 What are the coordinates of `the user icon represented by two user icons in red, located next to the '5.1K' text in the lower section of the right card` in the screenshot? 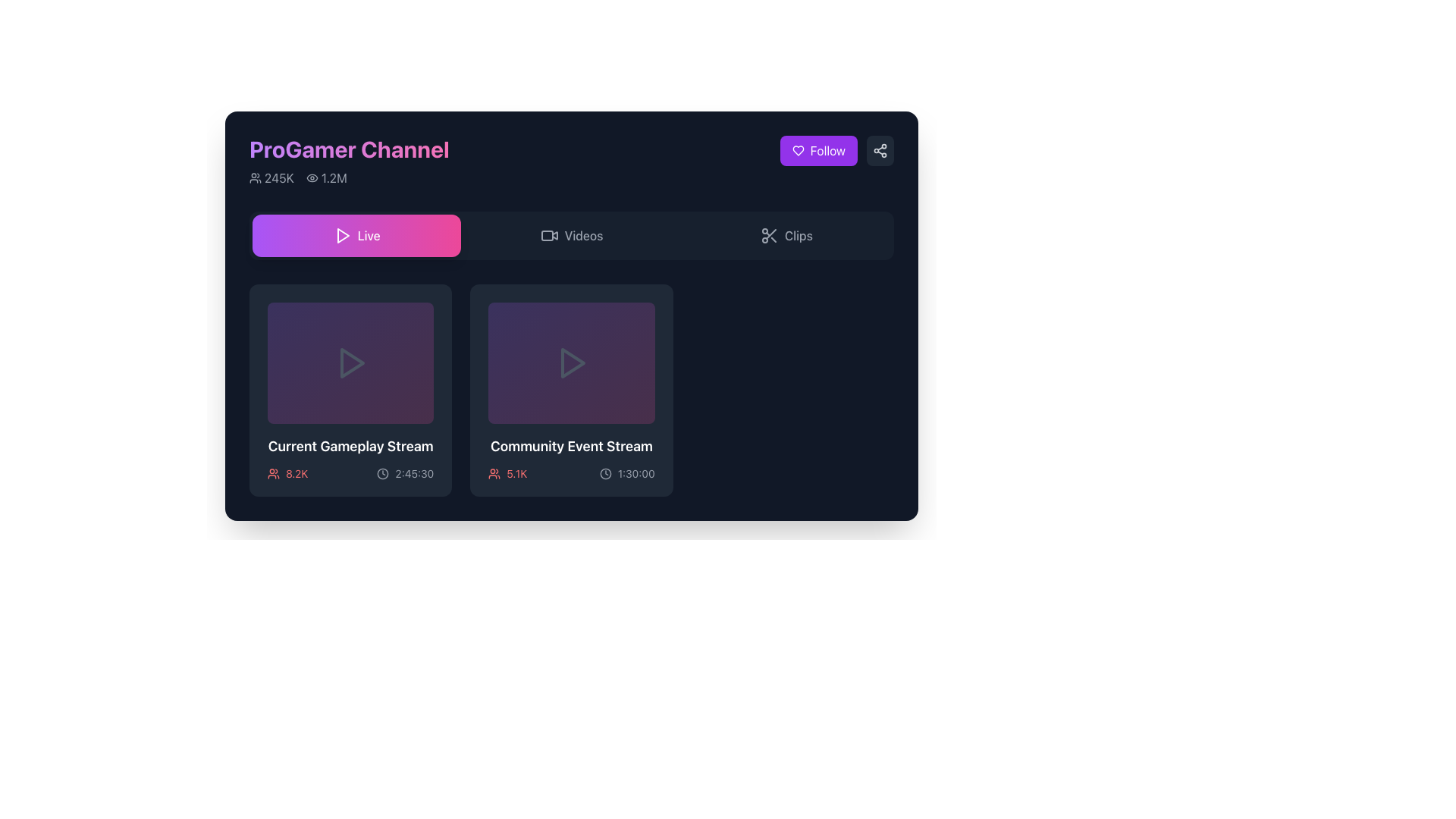 It's located at (494, 472).